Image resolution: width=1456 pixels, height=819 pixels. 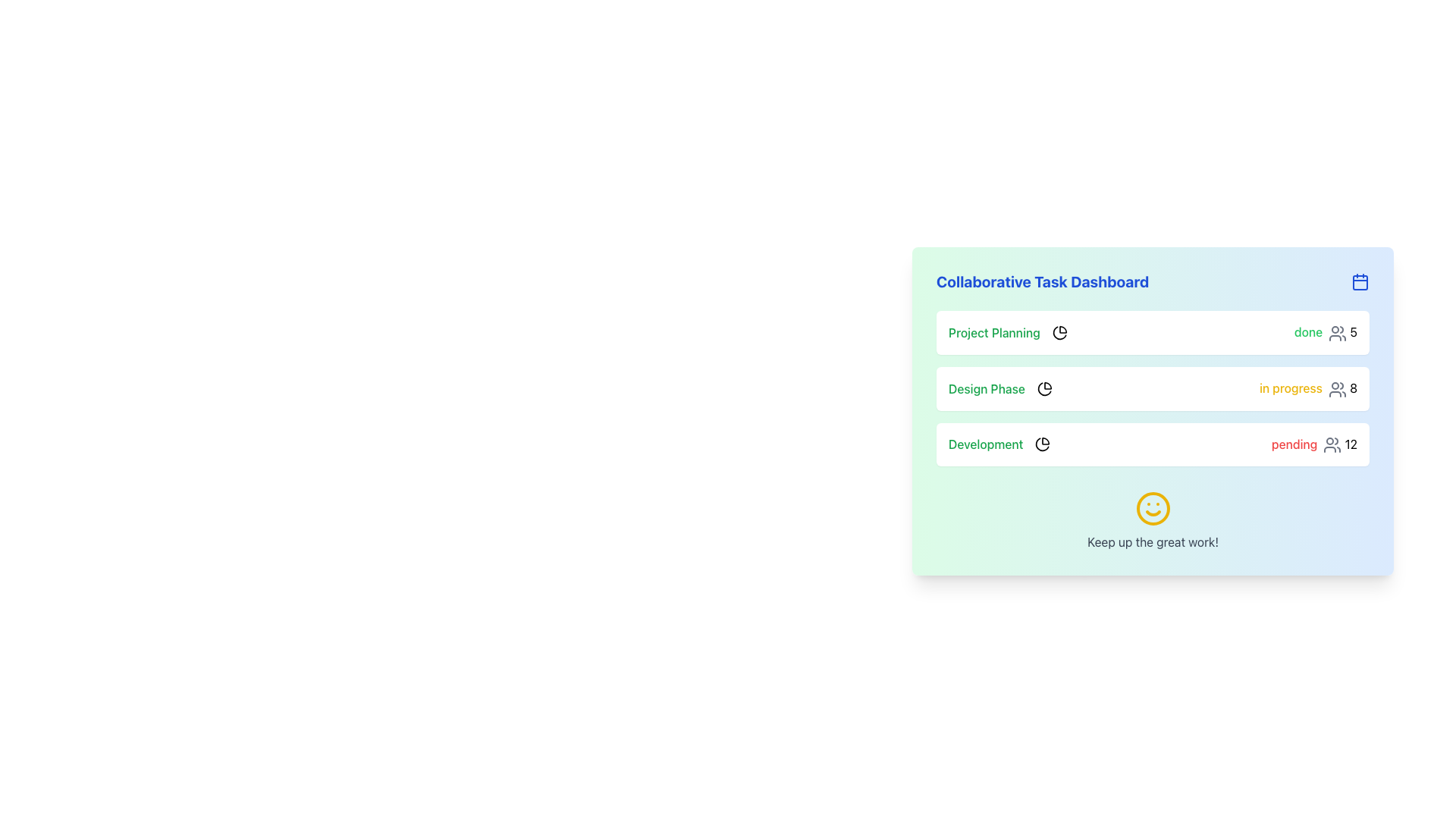 I want to click on the group of people icon, which is a minimalistic outline drawing in gray color, located to the right of the text 'pending' and to the left of the number '12' in the Collaborative Task Dashboard, so click(x=1332, y=444).